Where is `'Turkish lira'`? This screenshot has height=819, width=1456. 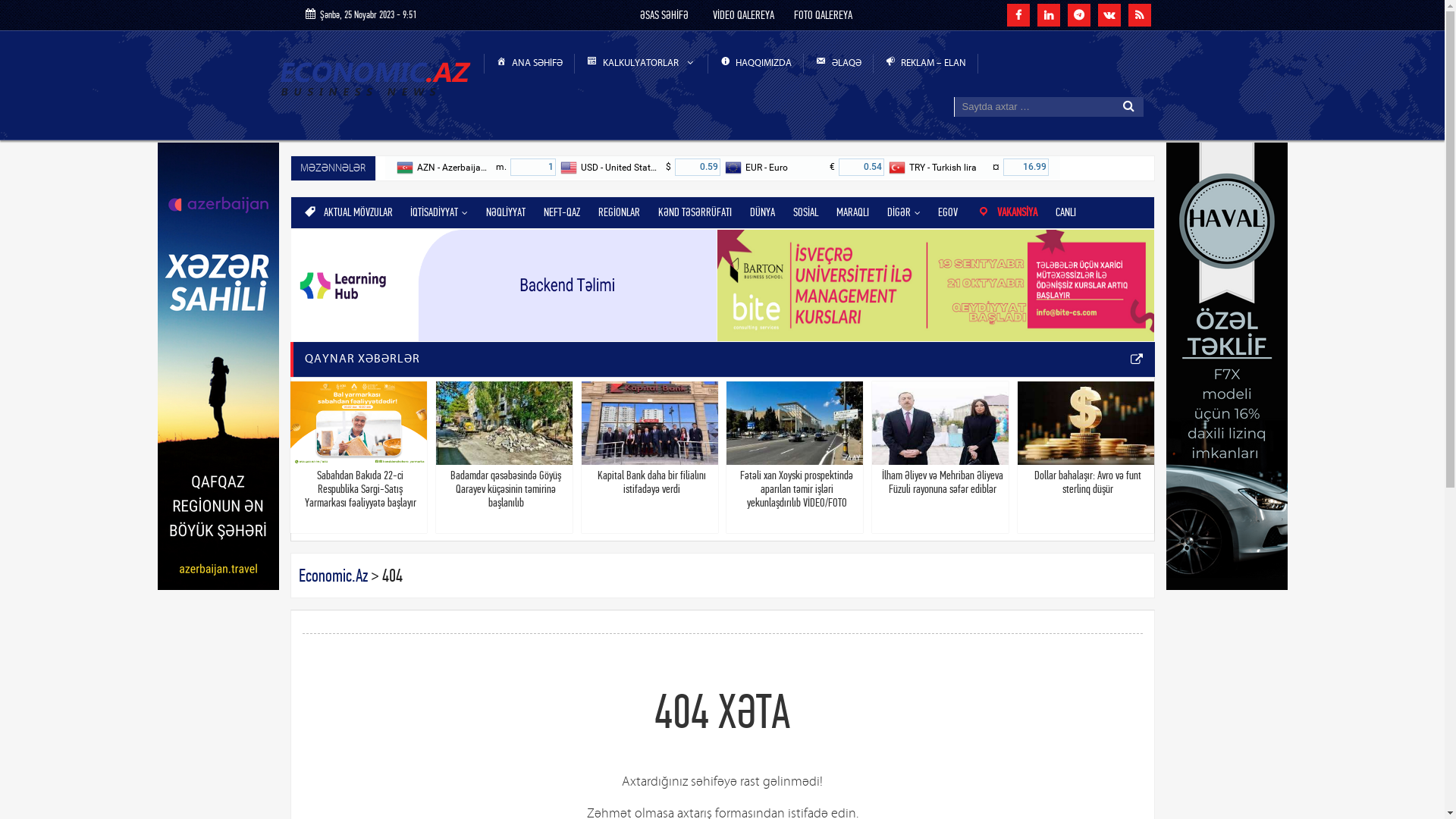 'Turkish lira' is located at coordinates (898, 167).